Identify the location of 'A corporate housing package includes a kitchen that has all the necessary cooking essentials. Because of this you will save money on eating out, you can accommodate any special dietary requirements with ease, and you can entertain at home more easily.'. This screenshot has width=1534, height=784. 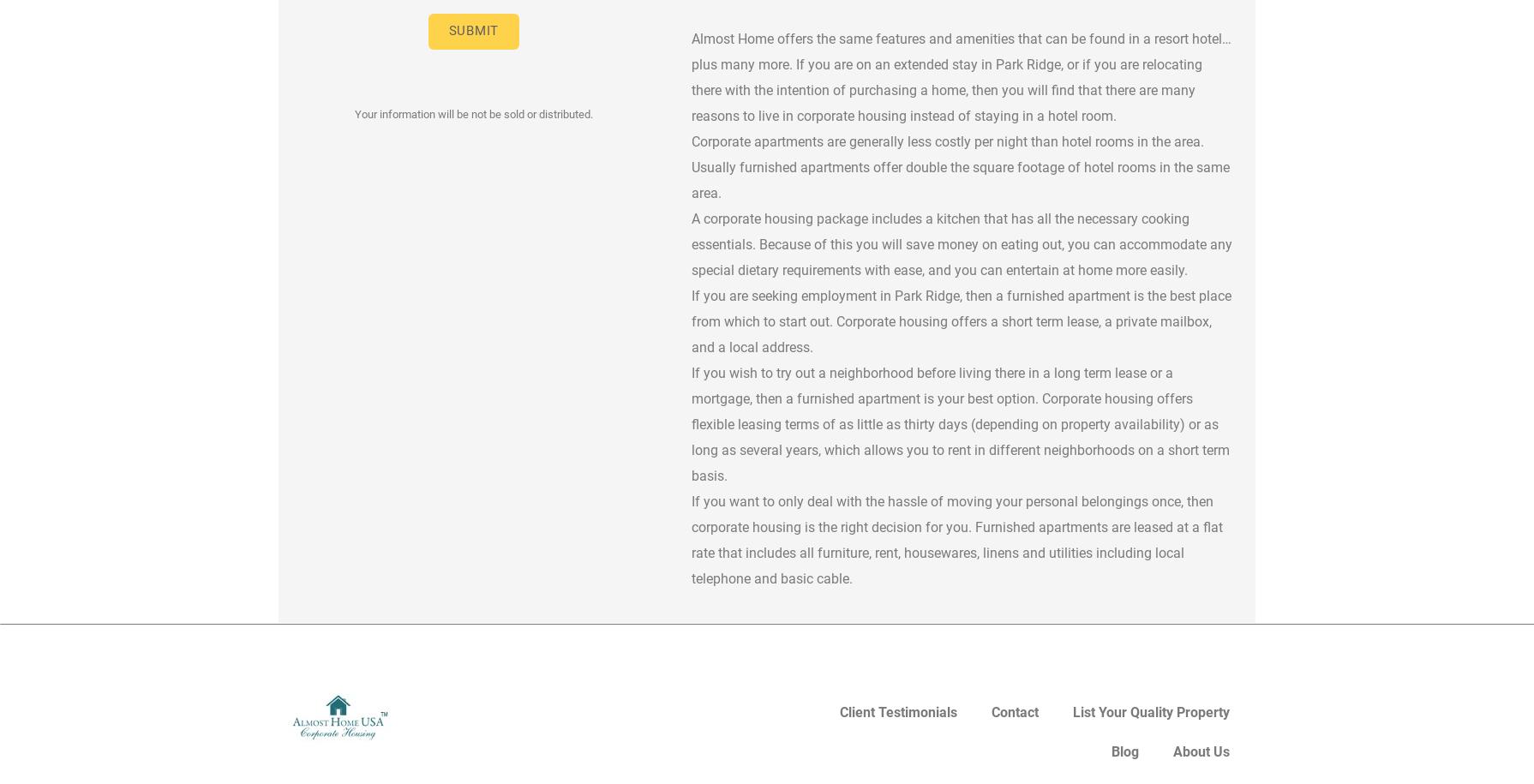
(961, 243).